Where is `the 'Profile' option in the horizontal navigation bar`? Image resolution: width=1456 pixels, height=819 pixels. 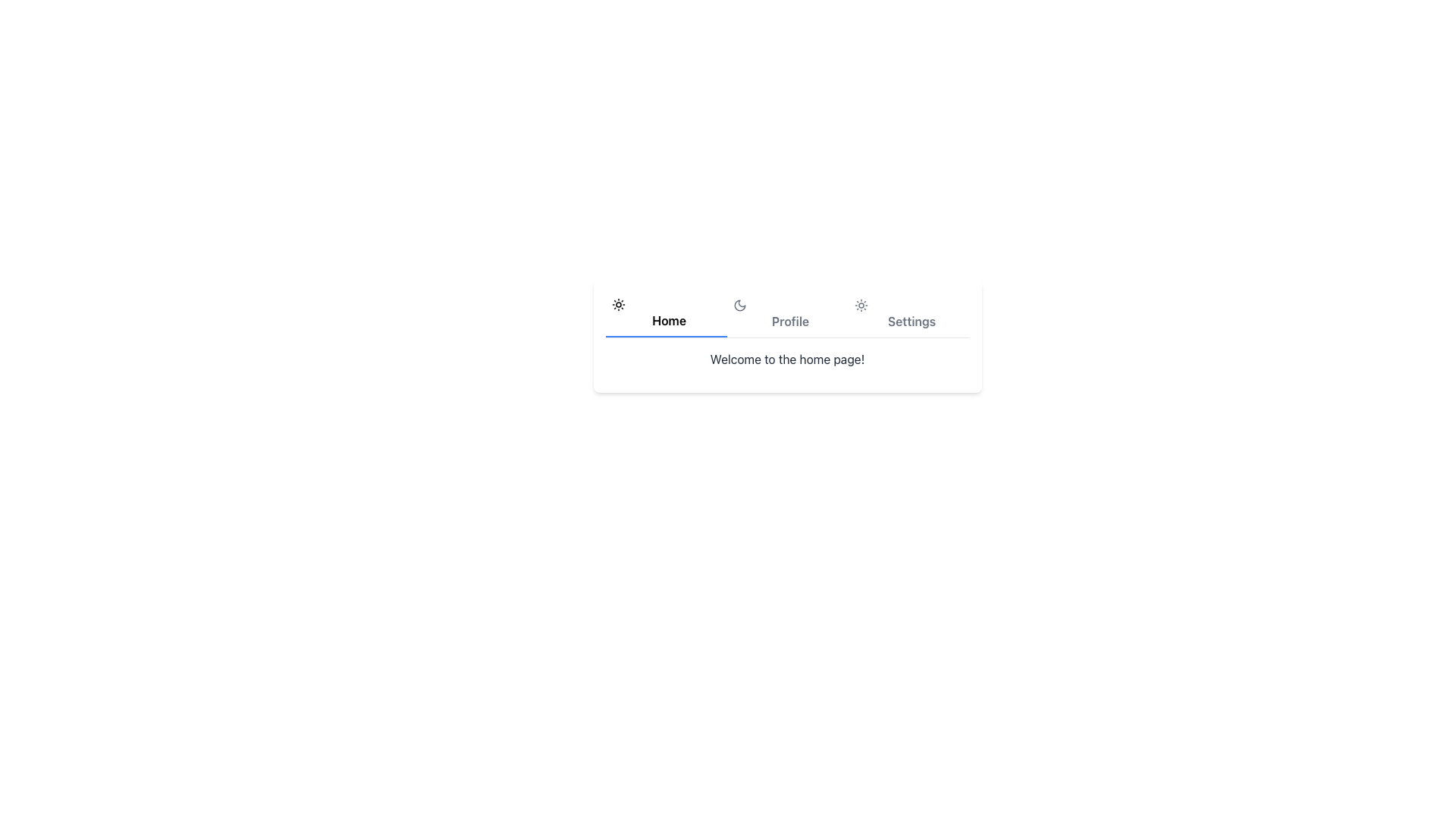
the 'Profile' option in the horizontal navigation bar is located at coordinates (787, 314).